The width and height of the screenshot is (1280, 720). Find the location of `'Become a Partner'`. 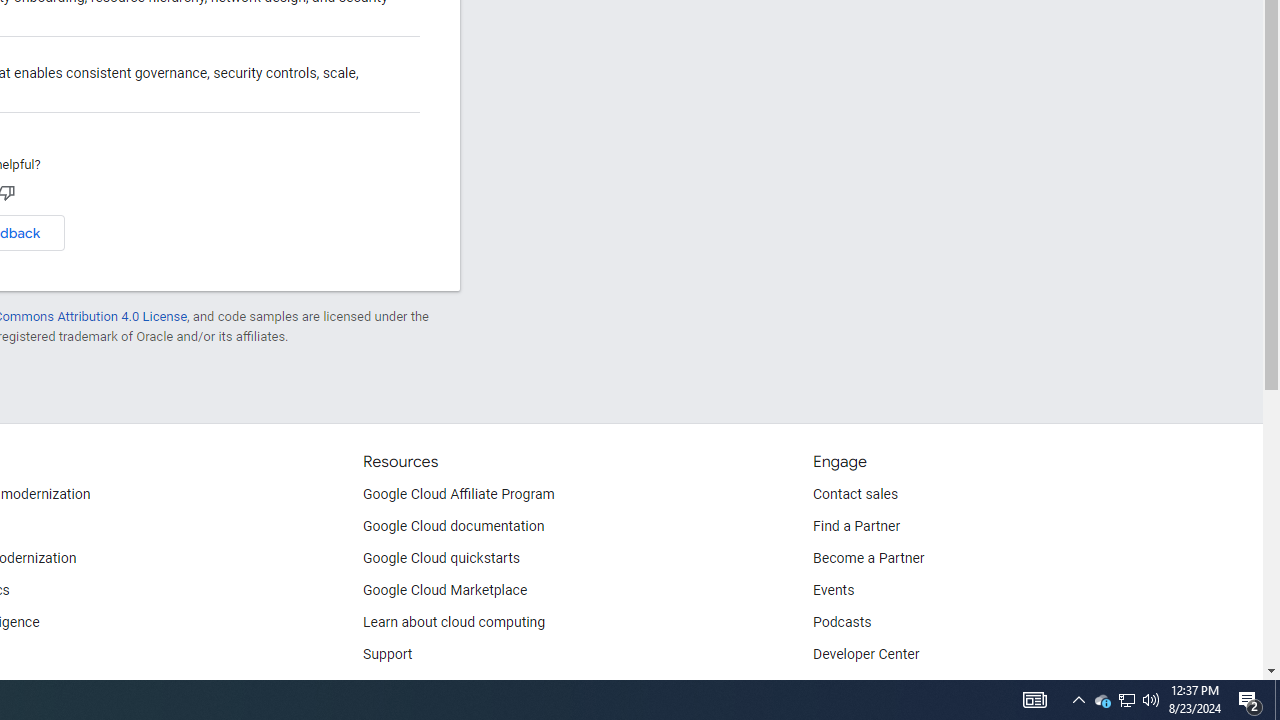

'Become a Partner' is located at coordinates (869, 559).